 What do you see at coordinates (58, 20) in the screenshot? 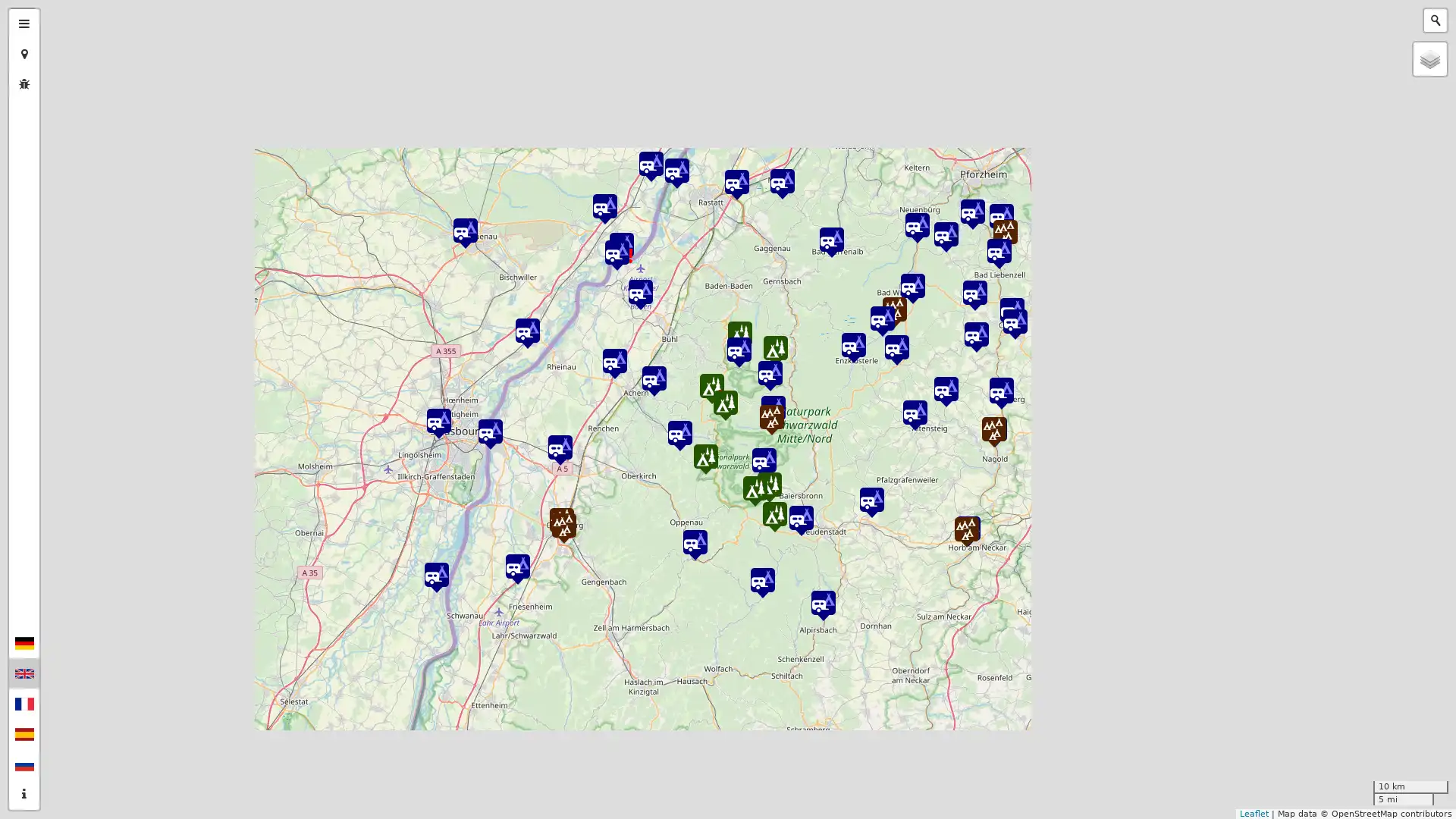
I see `Zoom in` at bounding box center [58, 20].